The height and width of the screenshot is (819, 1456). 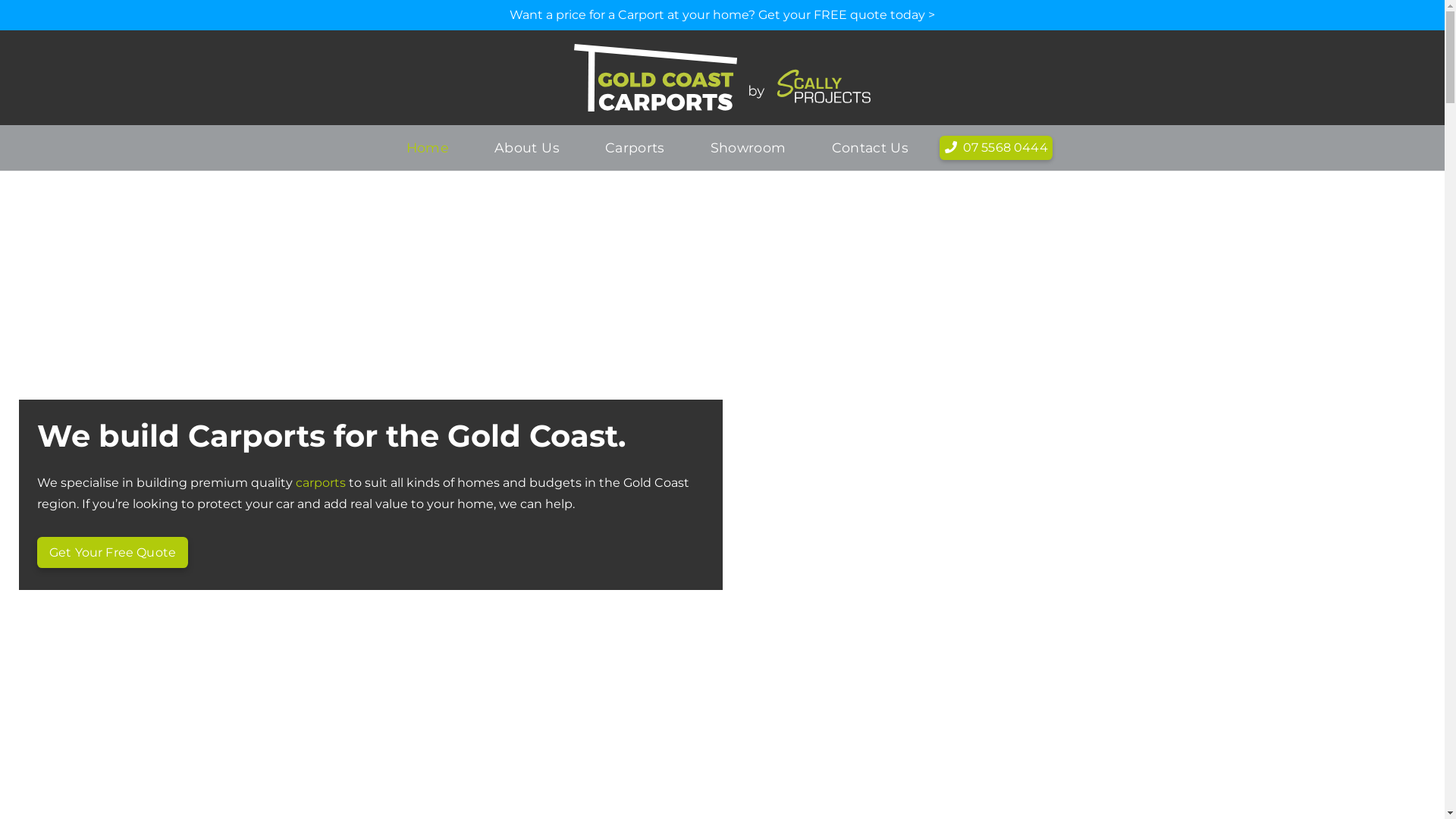 What do you see at coordinates (870, 147) in the screenshot?
I see `'Contact Us'` at bounding box center [870, 147].